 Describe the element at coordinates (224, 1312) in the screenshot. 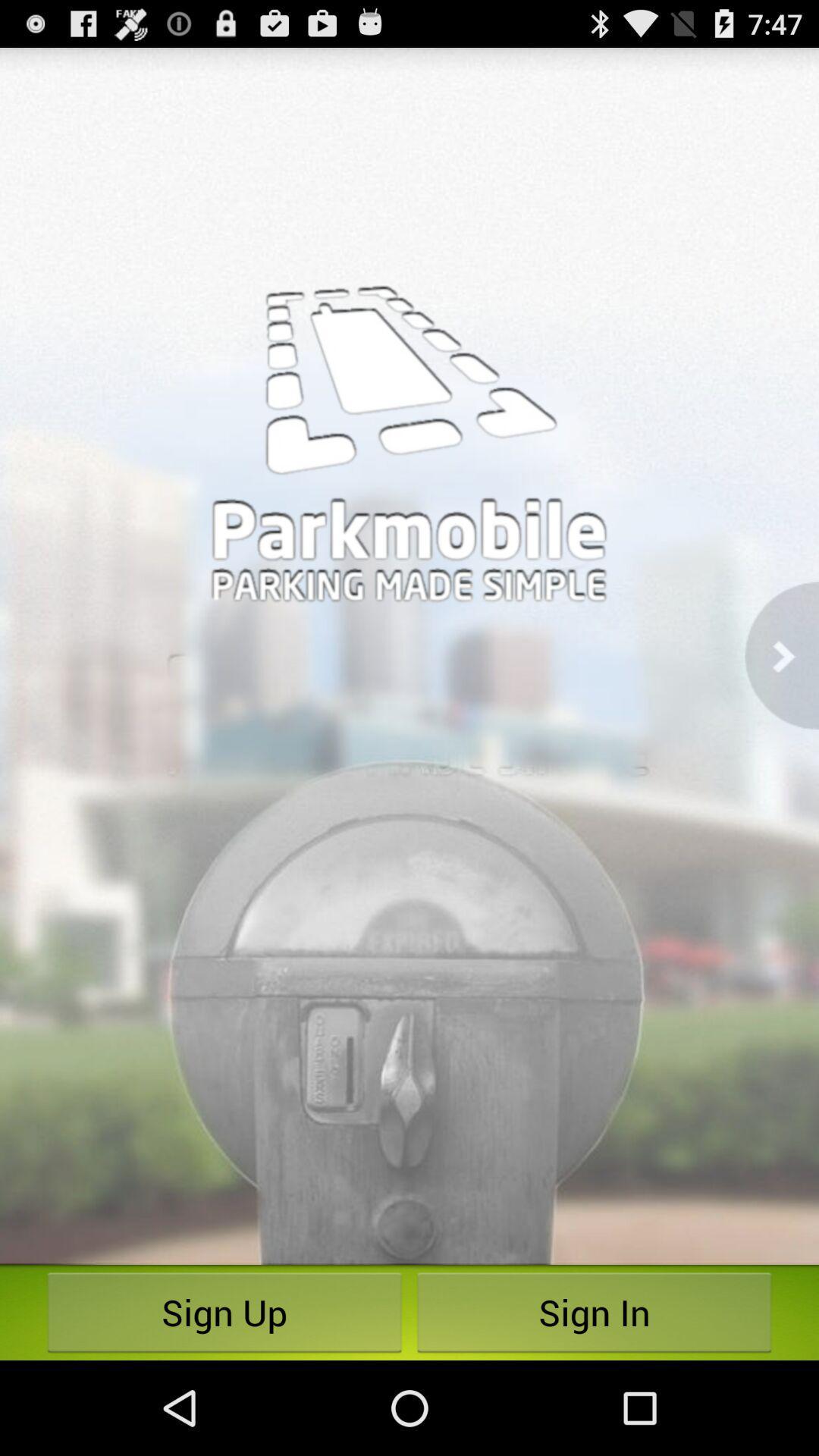

I see `the icon next to the sign in icon` at that location.